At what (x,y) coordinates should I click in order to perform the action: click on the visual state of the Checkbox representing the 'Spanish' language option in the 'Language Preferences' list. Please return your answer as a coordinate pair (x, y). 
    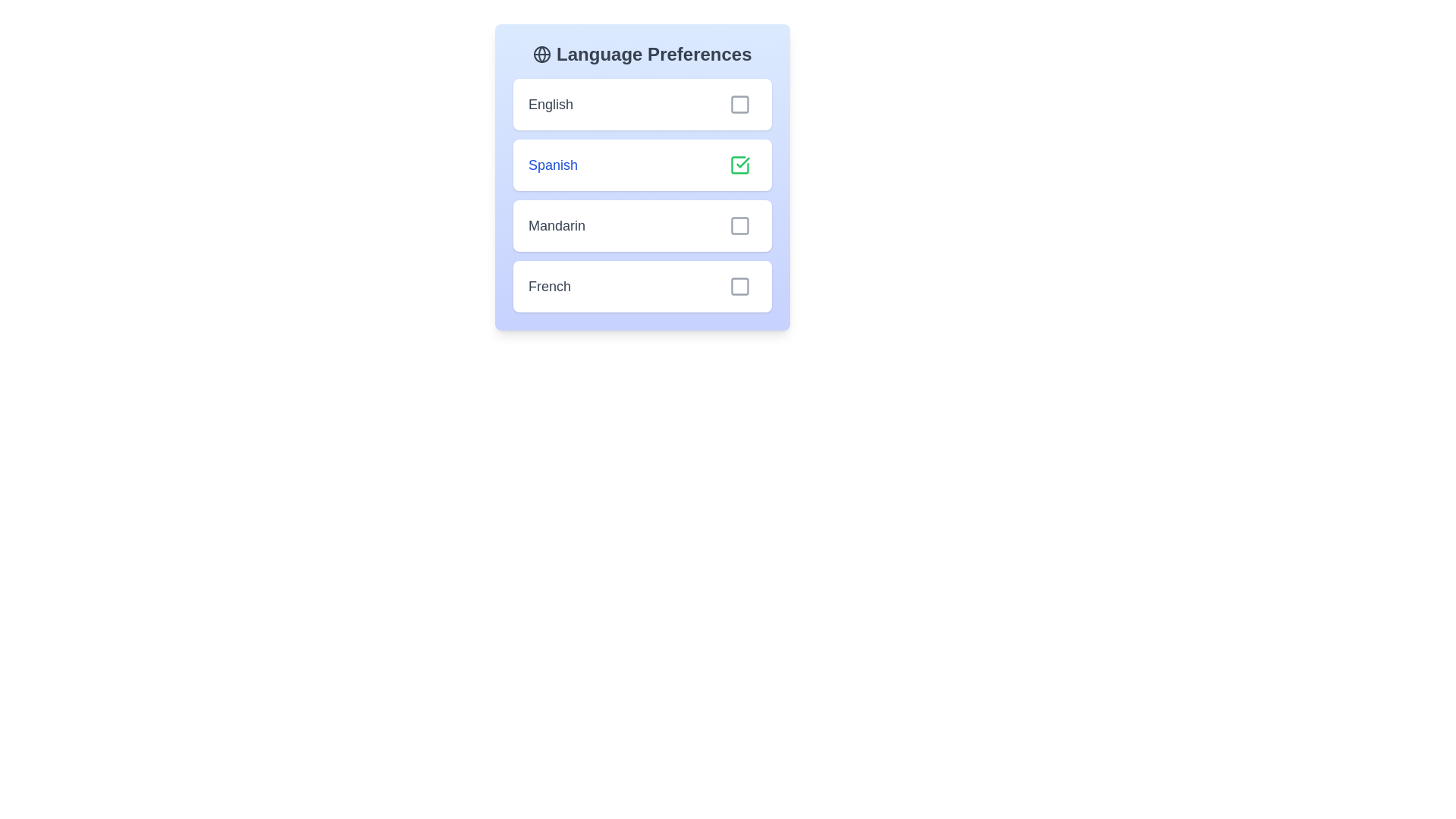
    Looking at the image, I should click on (739, 165).